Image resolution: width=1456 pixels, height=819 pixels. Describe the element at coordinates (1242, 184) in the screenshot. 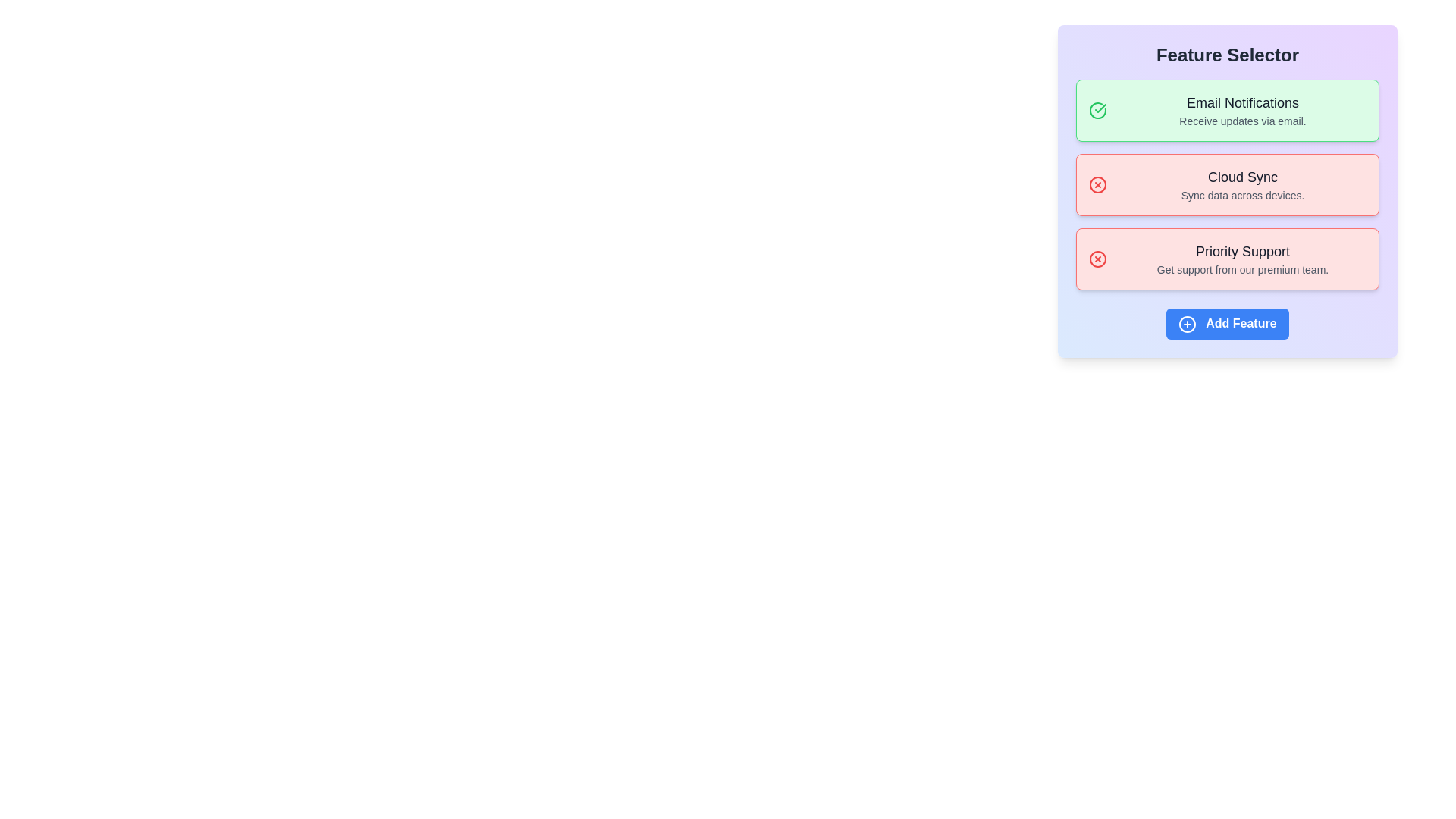

I see `informational text about the 'Cloud Sync' feature, which is located in the middle panel of the 'Feature Selector' interface, positioned below 'Email Notifications' and above 'Priority Support'` at that location.